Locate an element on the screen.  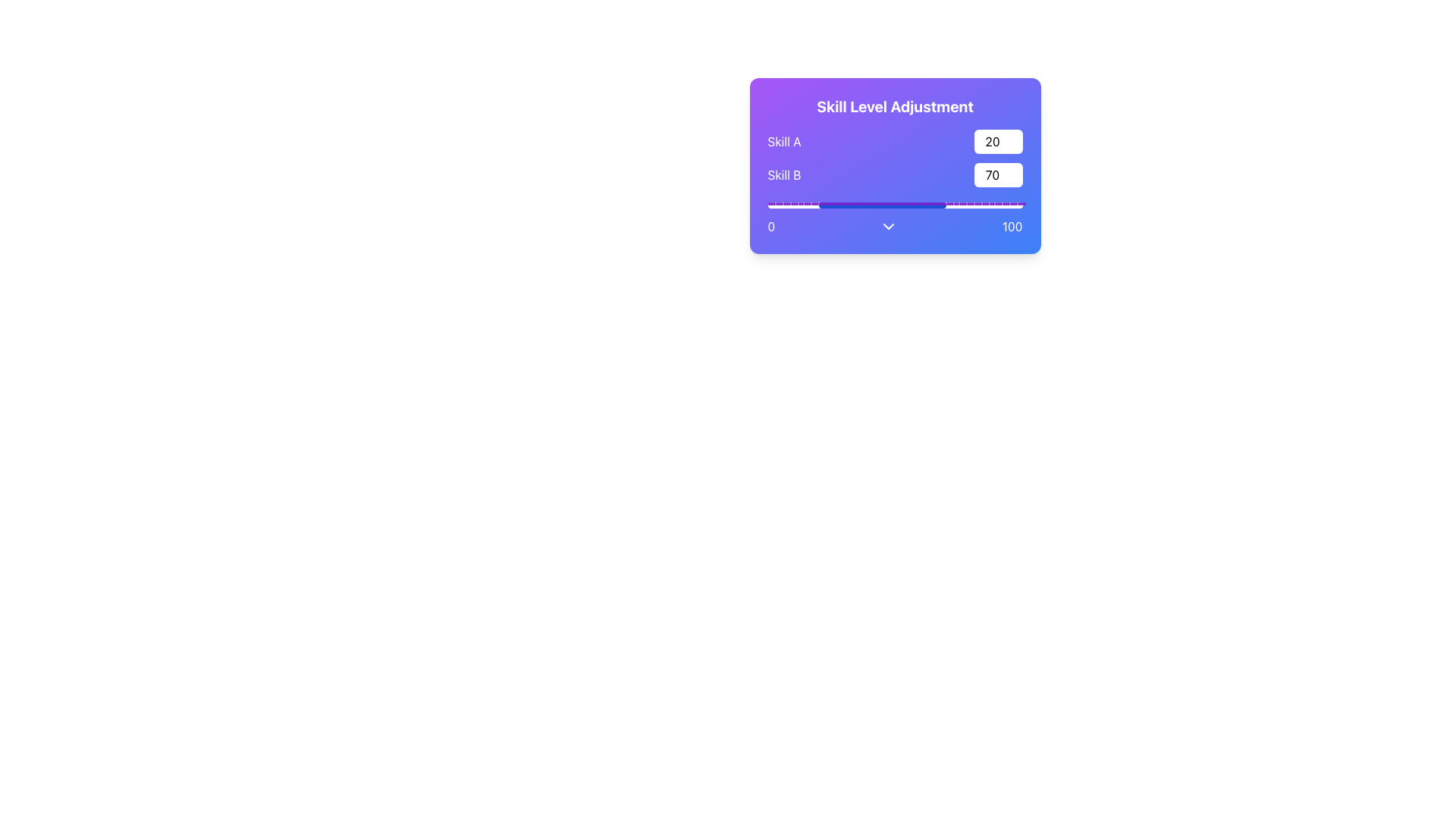
the non-interactive text label located in the top-left corner of the 'Skill Level Adjustment' card interface, which describes the associated numeric input field to its right is located at coordinates (784, 141).